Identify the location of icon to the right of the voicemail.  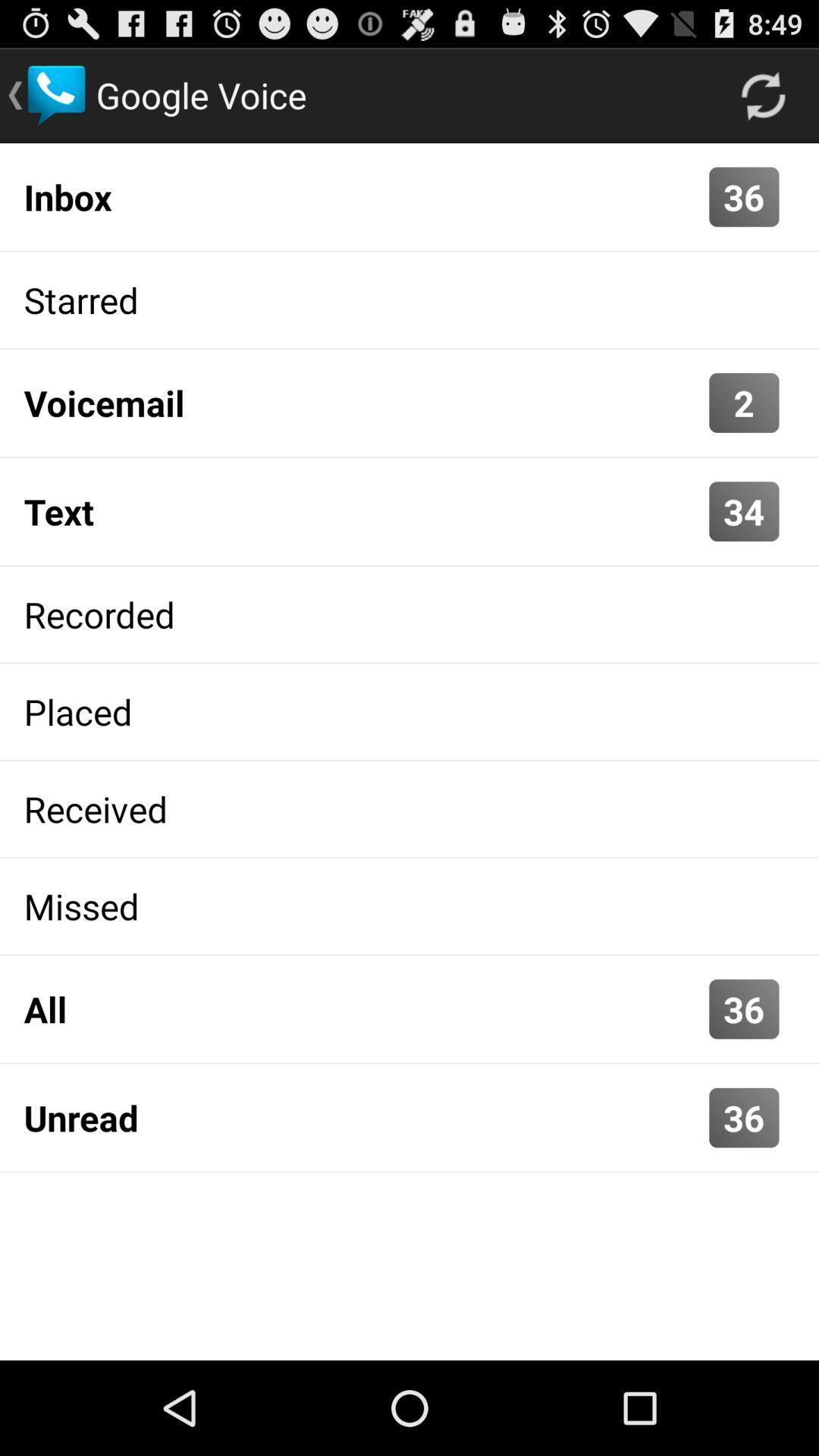
(743, 403).